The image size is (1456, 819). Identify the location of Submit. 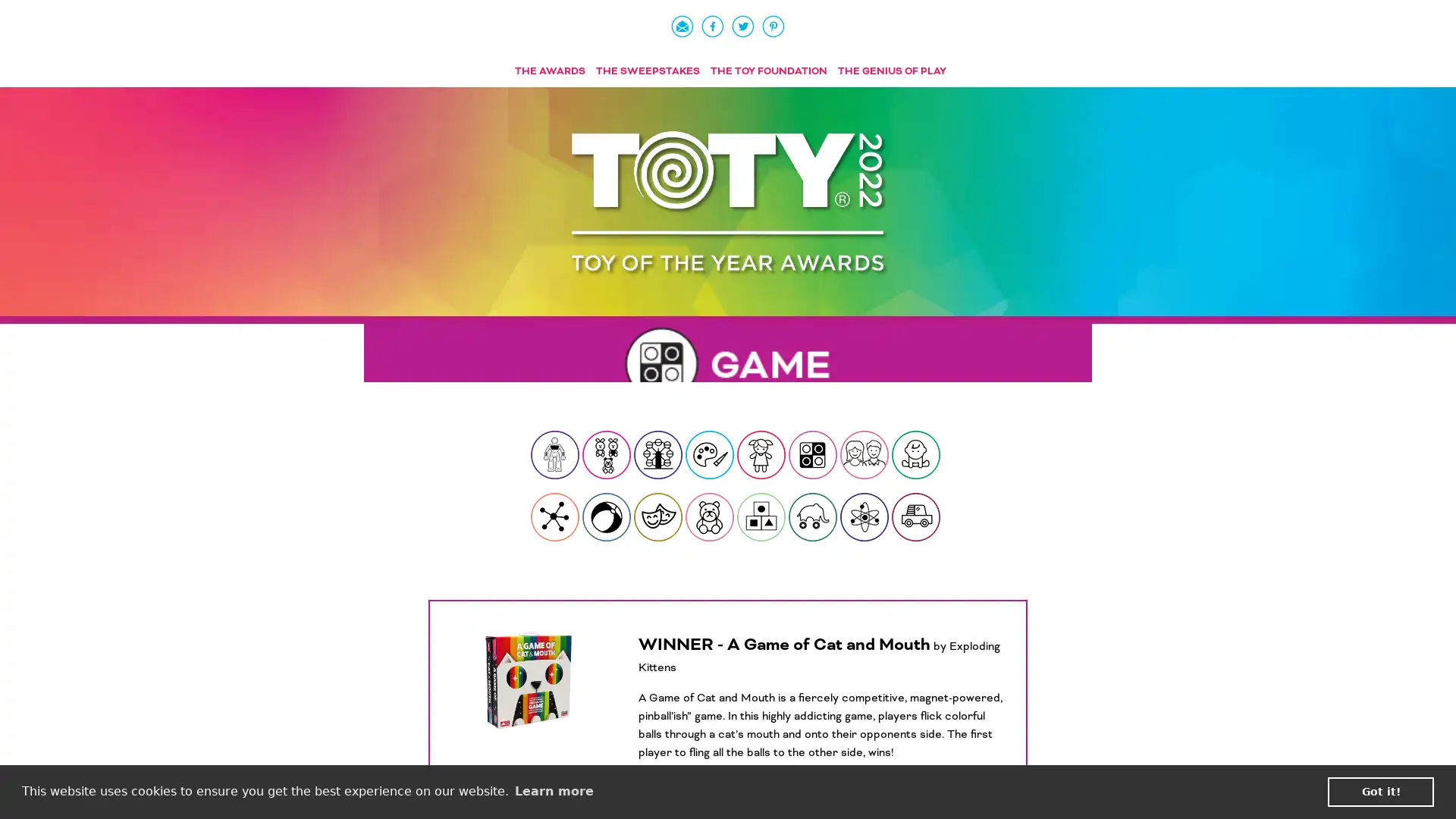
(915, 454).